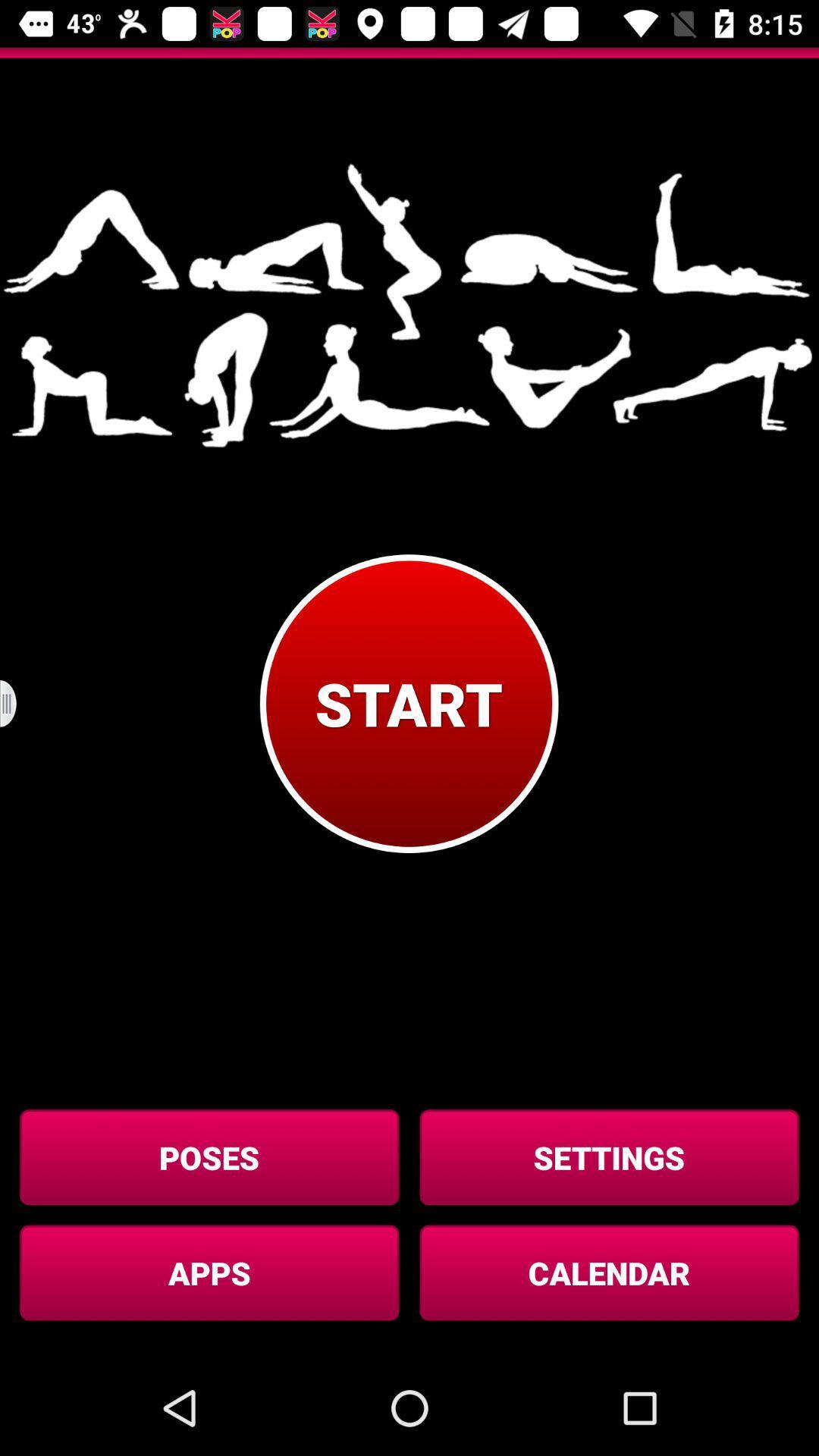 The width and height of the screenshot is (819, 1456). What do you see at coordinates (17, 703) in the screenshot?
I see `the button to the left of the start` at bounding box center [17, 703].